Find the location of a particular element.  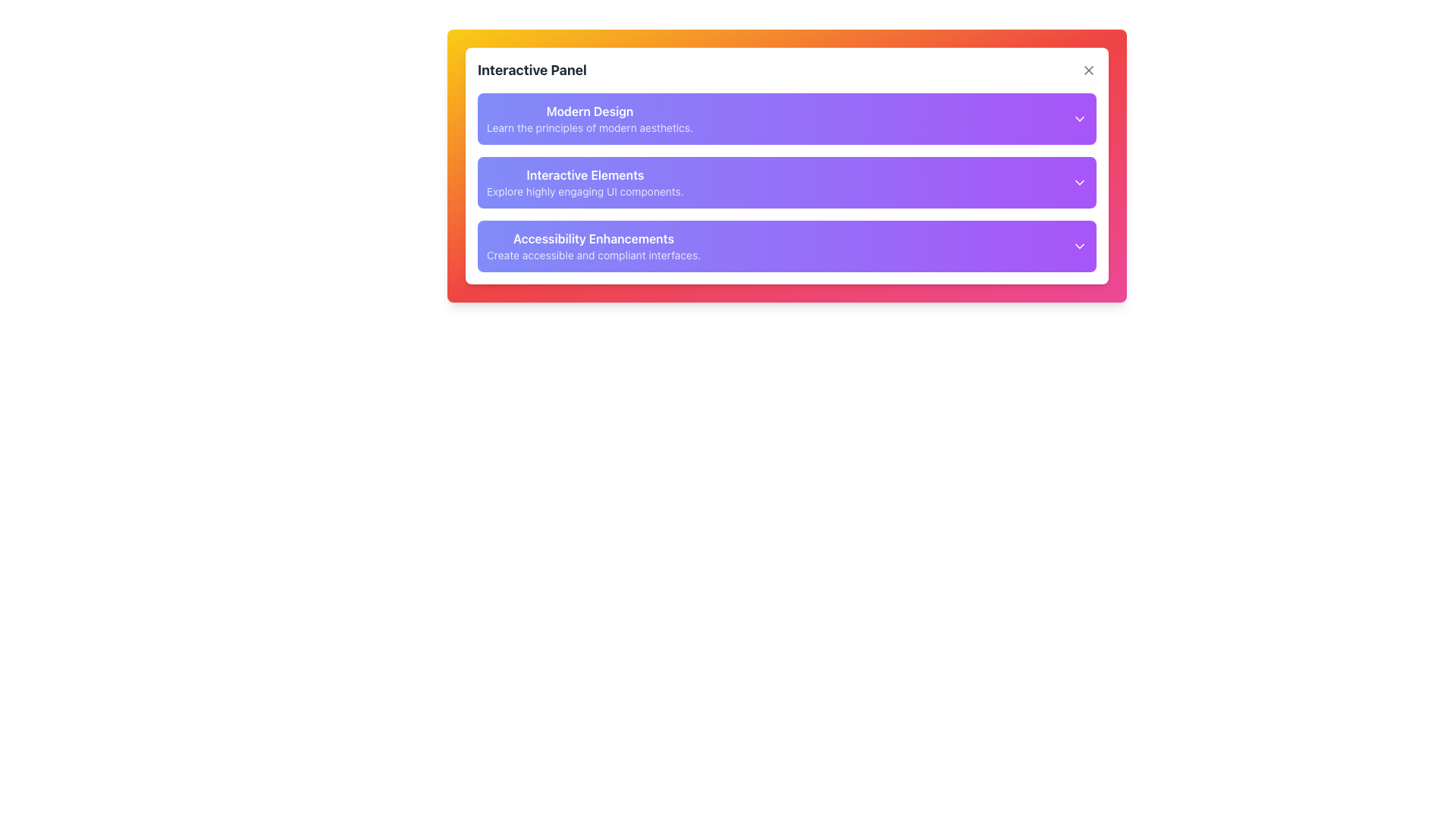

the 'Modern Design' text block element, which displays 'Modern Design' in bold white font and 'Learn the principles of modern aesthetics.' in a vertical list within a panel is located at coordinates (588, 118).